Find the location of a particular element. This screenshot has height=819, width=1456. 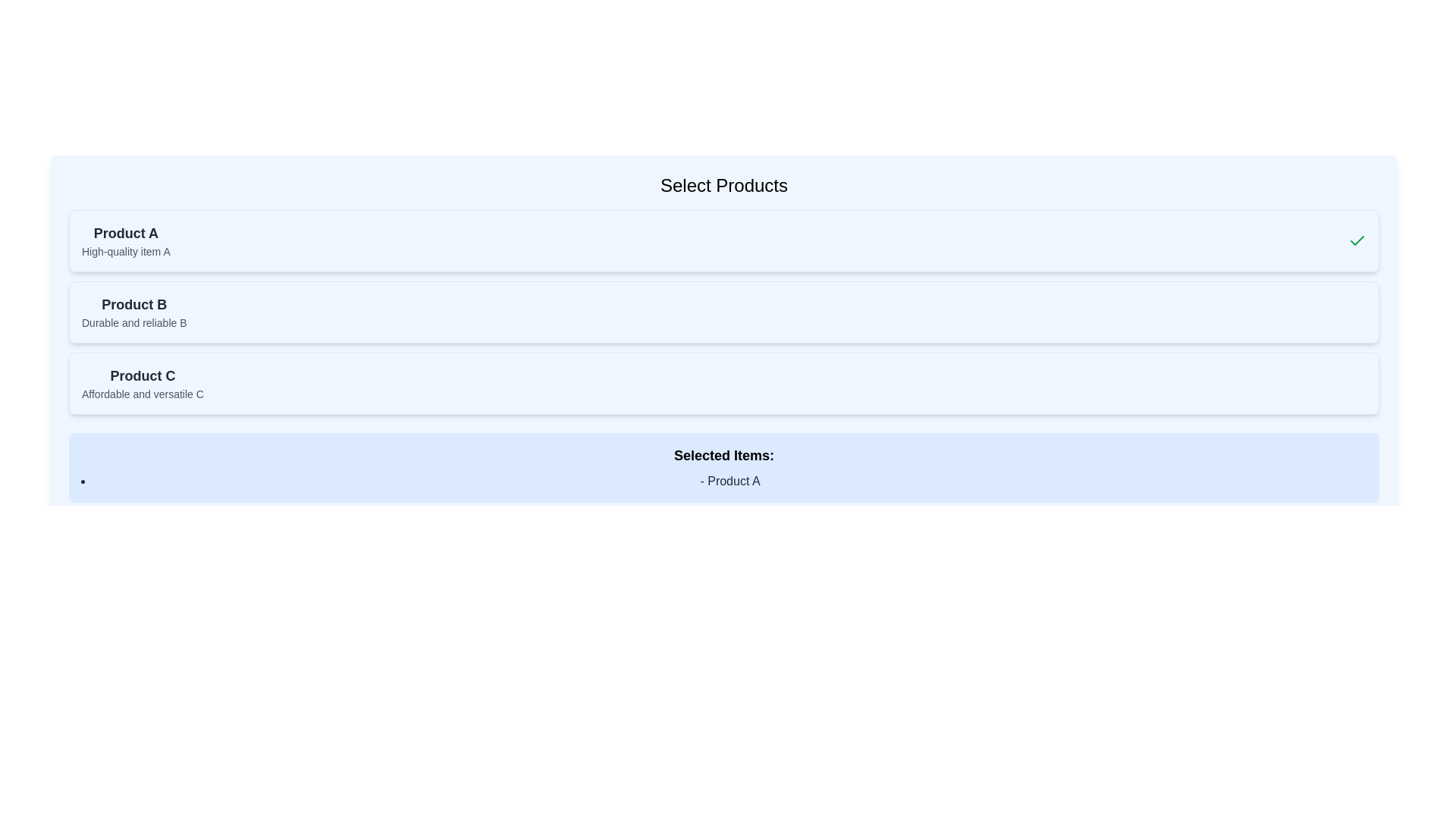

the header text element displaying 'Select Products', which is styled with a large font and bold weight, located at the top center of the section with a light blue background is located at coordinates (723, 185).